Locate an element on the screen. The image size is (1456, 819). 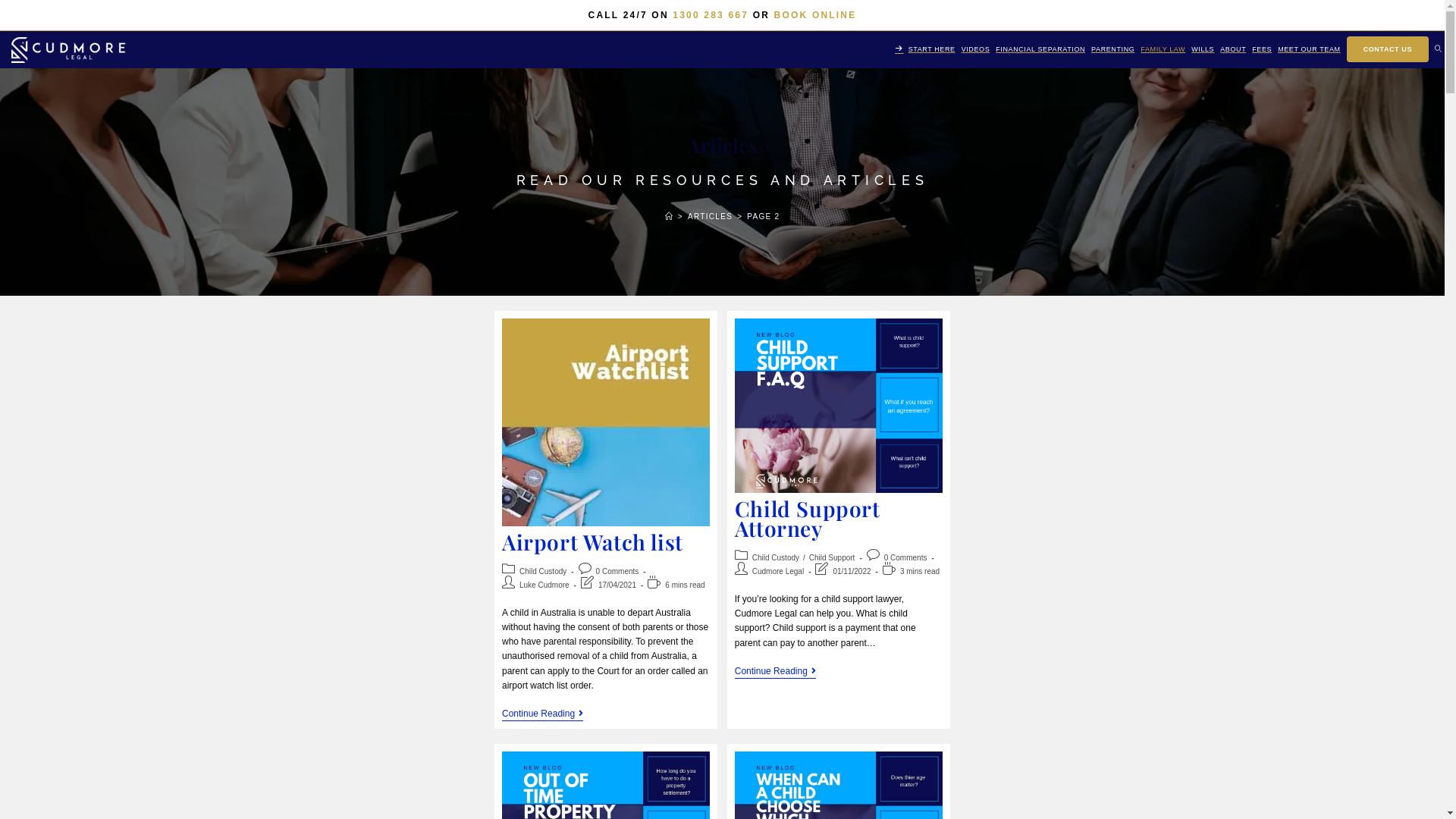
'START HERE' is located at coordinates (892, 49).